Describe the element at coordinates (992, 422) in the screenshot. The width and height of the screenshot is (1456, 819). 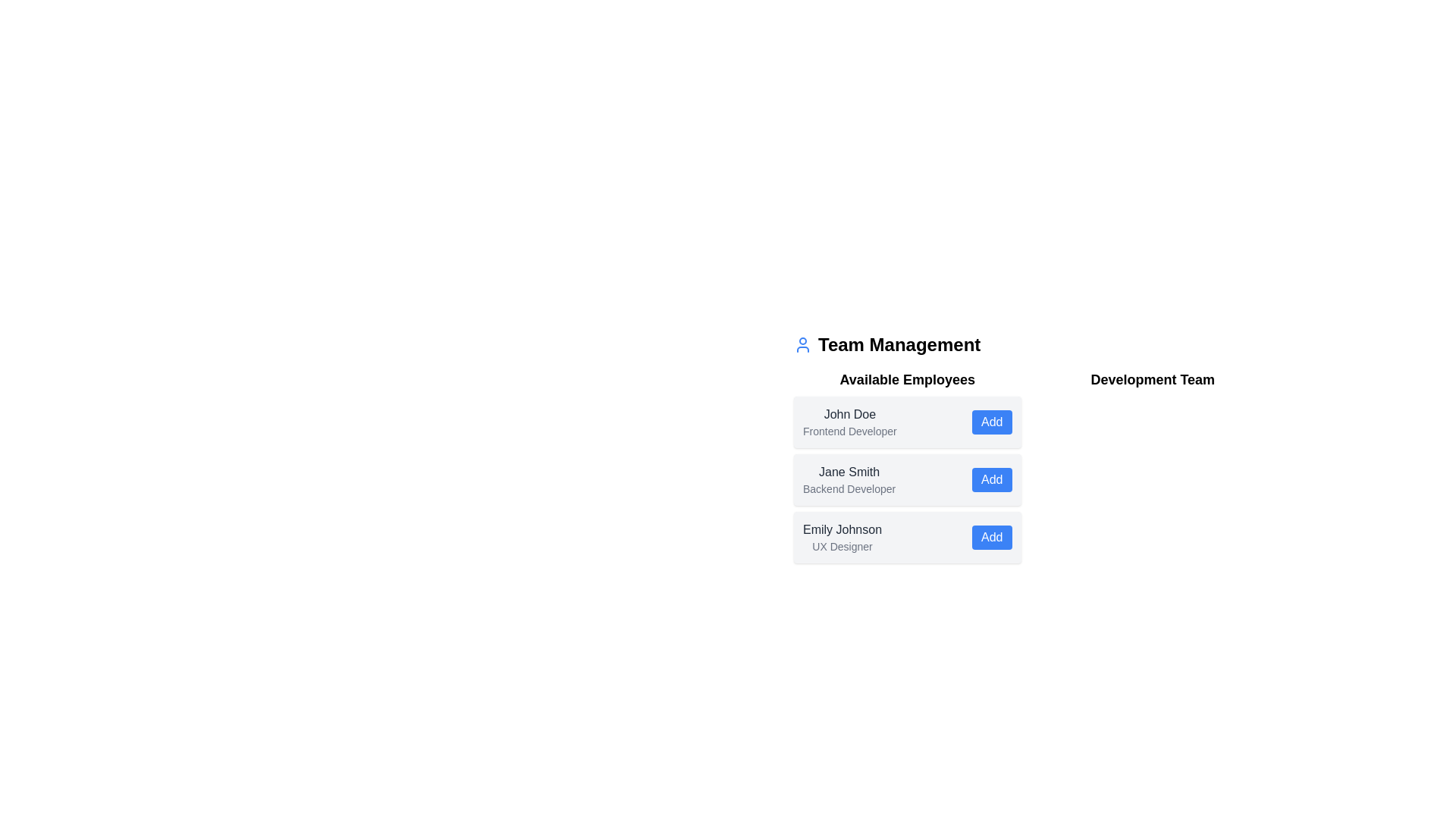
I see `the action button located to the right of the textual information about user 'John Doe'` at that location.